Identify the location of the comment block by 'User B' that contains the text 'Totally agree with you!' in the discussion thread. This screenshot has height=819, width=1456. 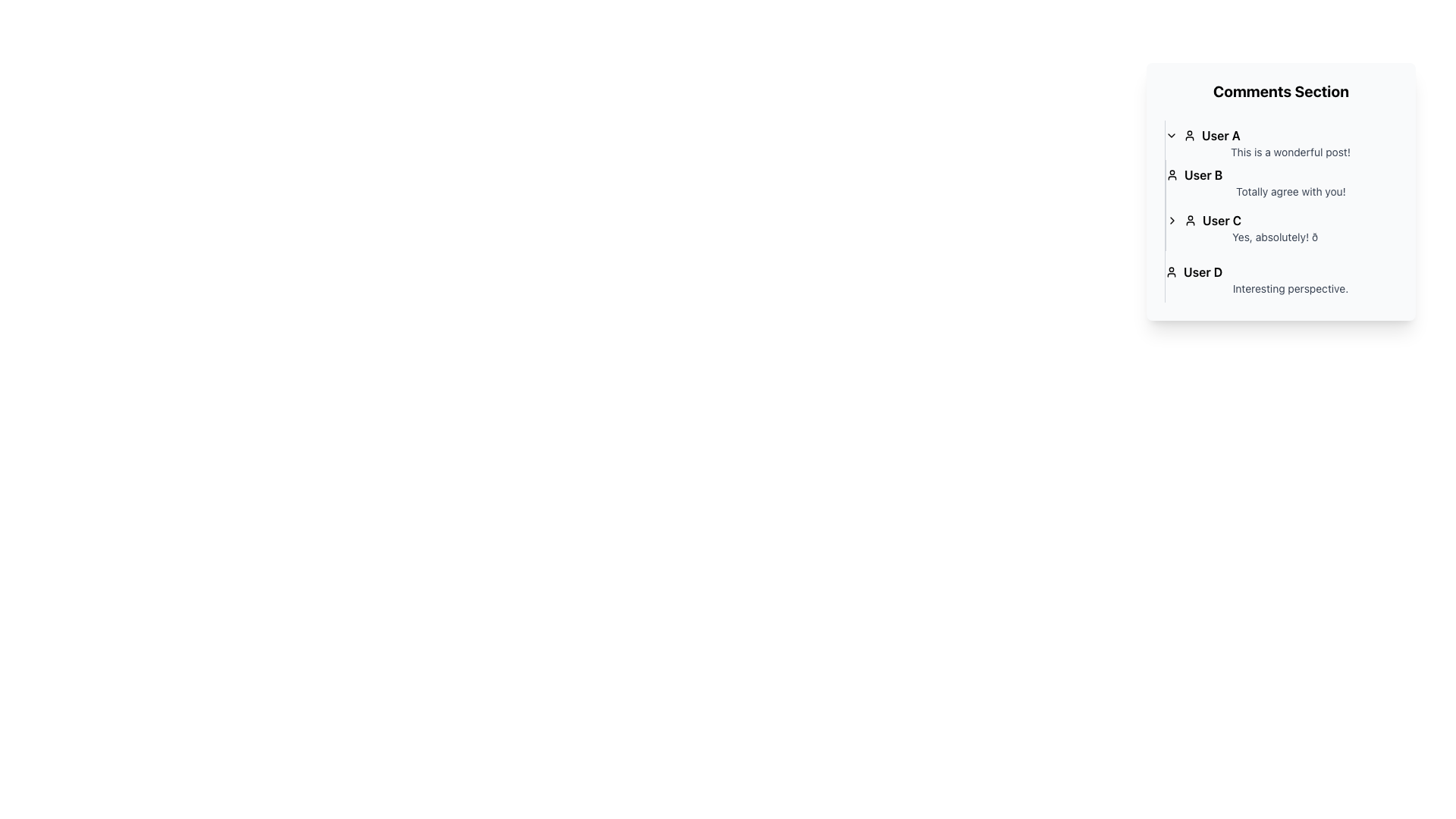
(1280, 181).